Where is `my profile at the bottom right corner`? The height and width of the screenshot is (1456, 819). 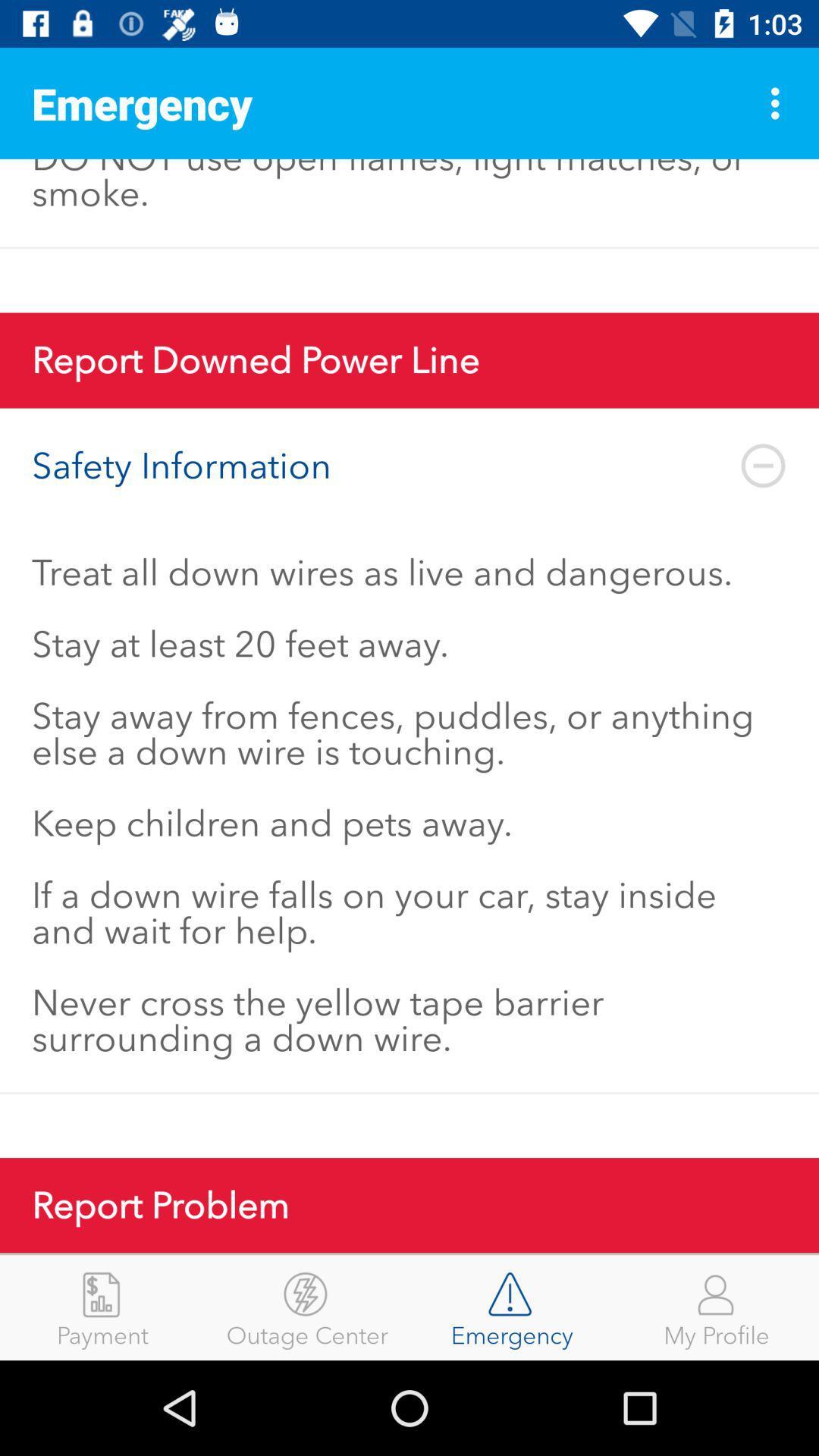 my profile at the bottom right corner is located at coordinates (717, 1307).